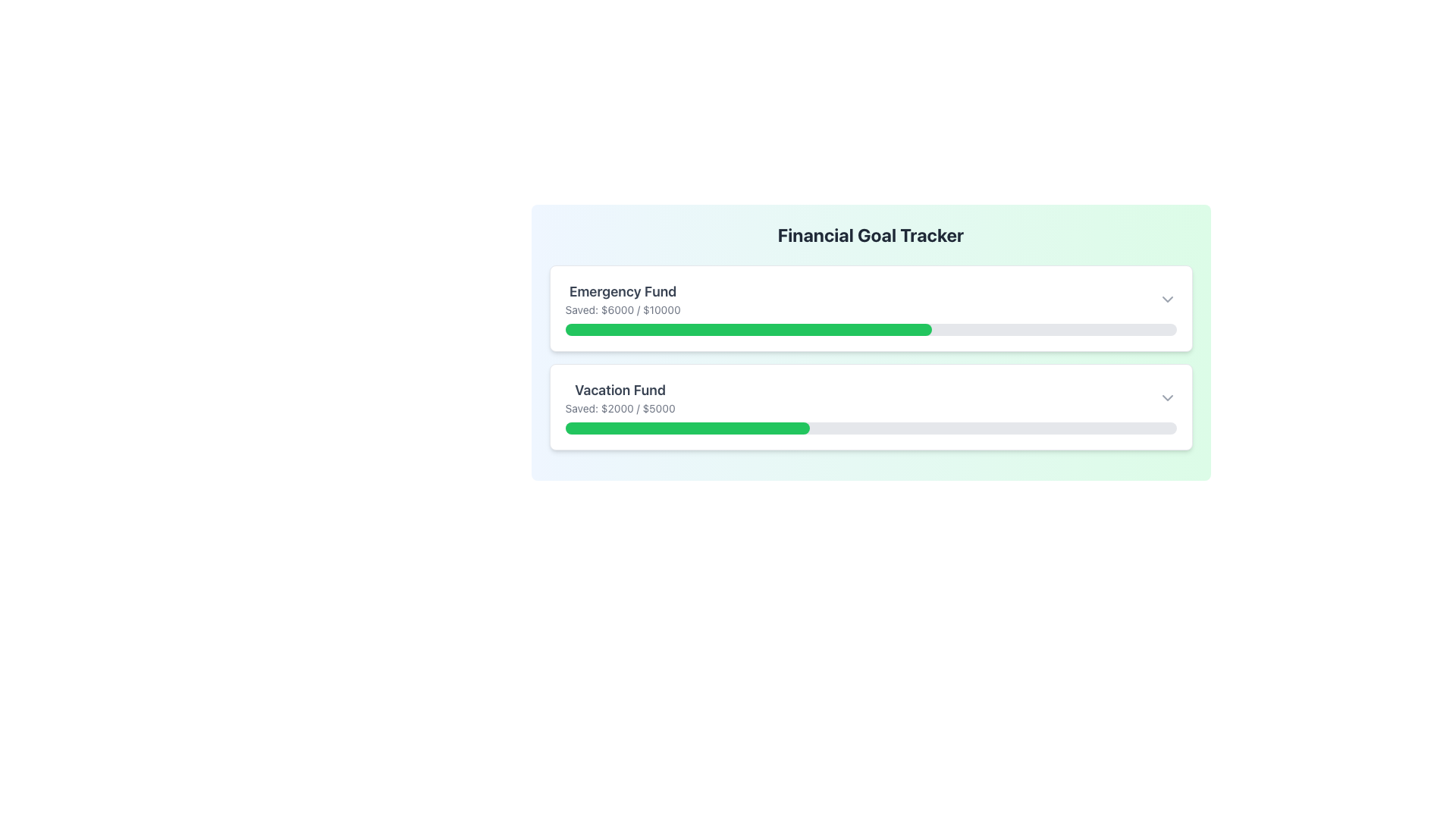  I want to click on the horizontal progress bar in the 'Vacation Fund' section, which is a rounded rectangle with a gray background and a green bar indicating 40% progress, located below the 'Emergency Fund' bar, so click(871, 428).